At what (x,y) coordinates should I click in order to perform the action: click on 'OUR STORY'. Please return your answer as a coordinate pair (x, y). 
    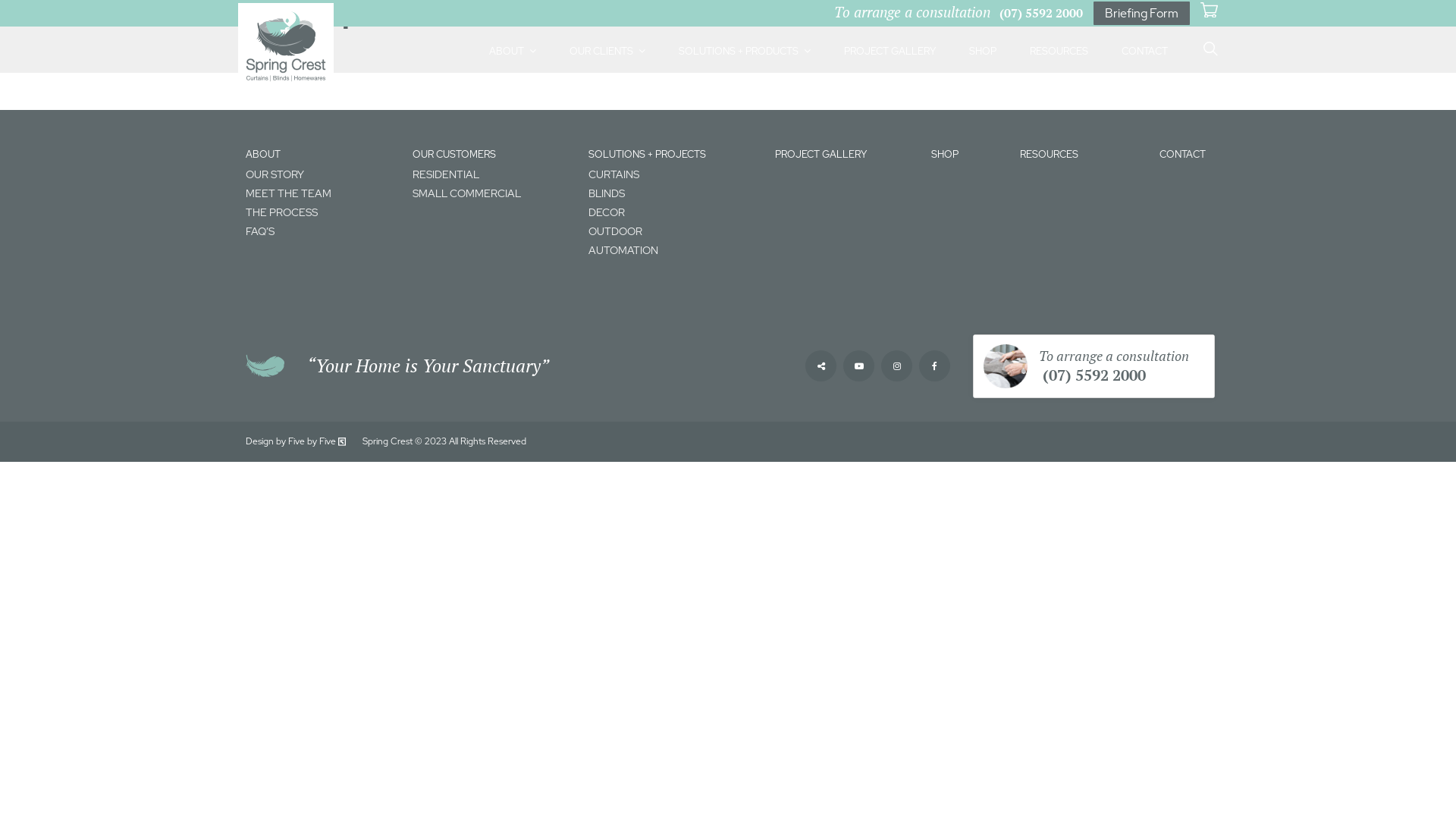
    Looking at the image, I should click on (320, 174).